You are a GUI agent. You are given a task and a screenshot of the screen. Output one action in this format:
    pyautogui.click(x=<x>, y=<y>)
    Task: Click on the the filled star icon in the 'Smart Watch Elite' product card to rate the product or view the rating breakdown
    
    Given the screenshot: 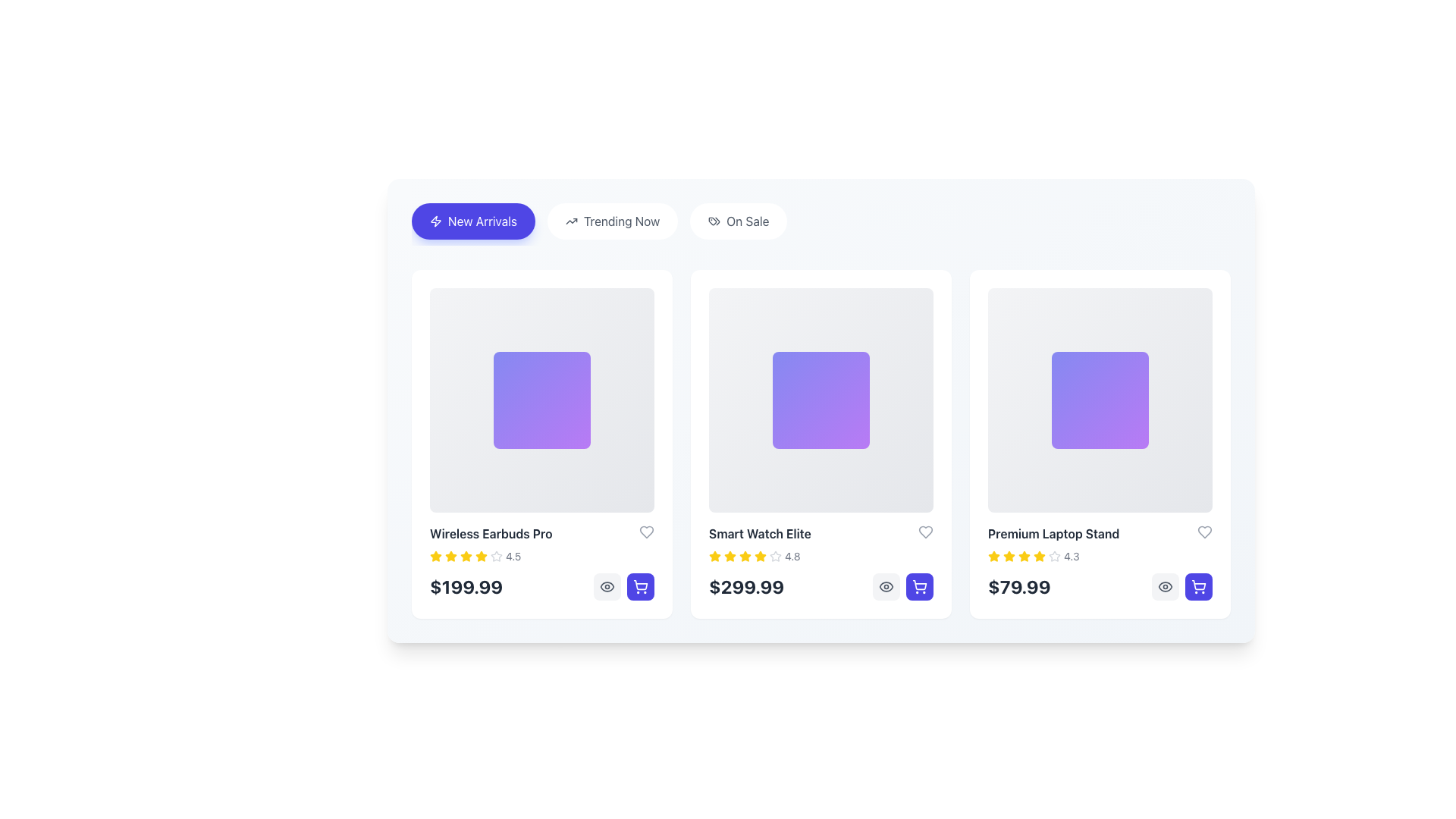 What is the action you would take?
    pyautogui.click(x=730, y=556)
    